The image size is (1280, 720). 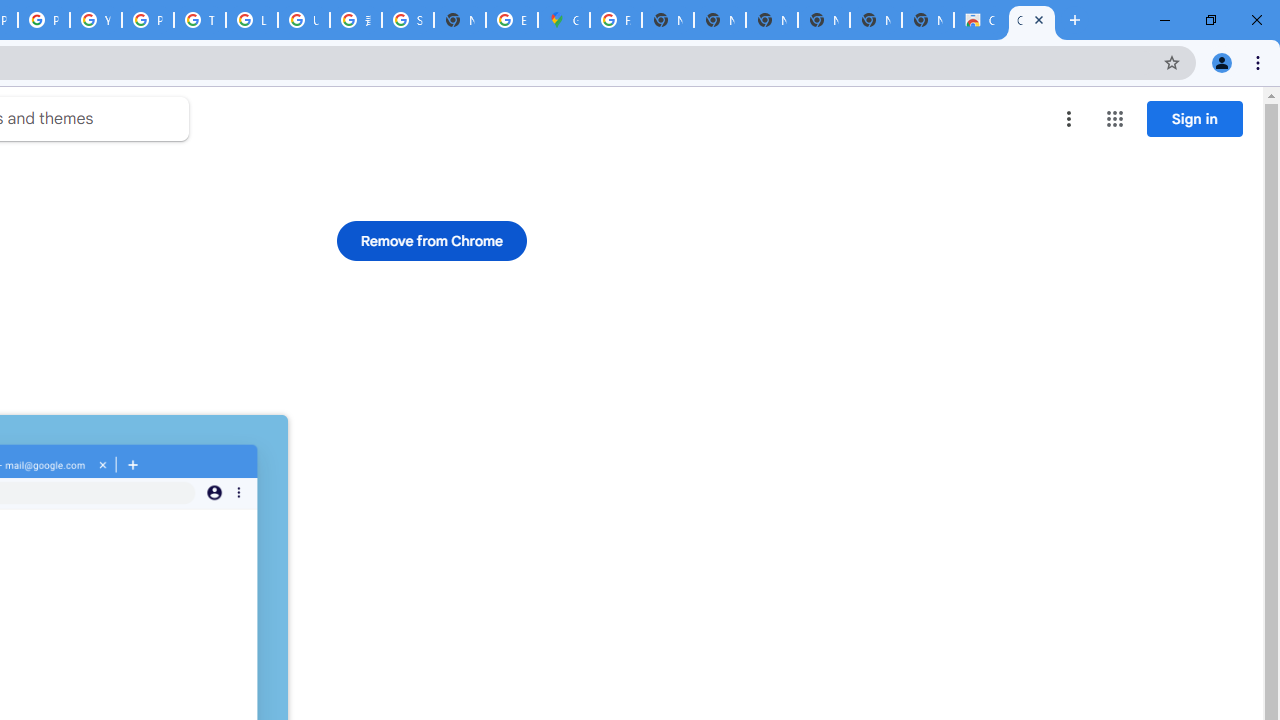 What do you see at coordinates (979, 20) in the screenshot?
I see `'Classic Blue - Chrome Web Store'` at bounding box center [979, 20].